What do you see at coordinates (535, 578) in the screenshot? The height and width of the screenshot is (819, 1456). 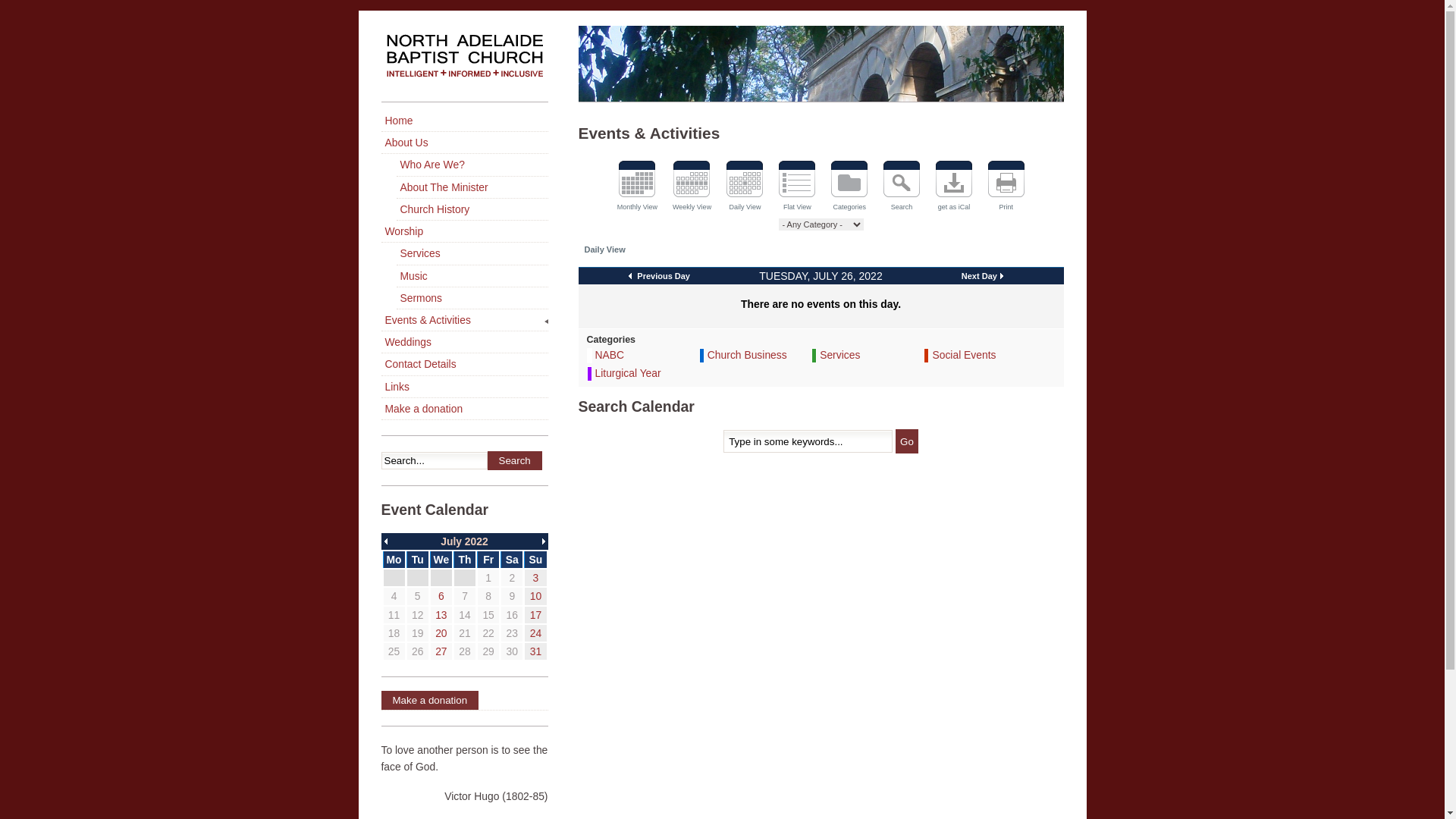 I see `'3'` at bounding box center [535, 578].